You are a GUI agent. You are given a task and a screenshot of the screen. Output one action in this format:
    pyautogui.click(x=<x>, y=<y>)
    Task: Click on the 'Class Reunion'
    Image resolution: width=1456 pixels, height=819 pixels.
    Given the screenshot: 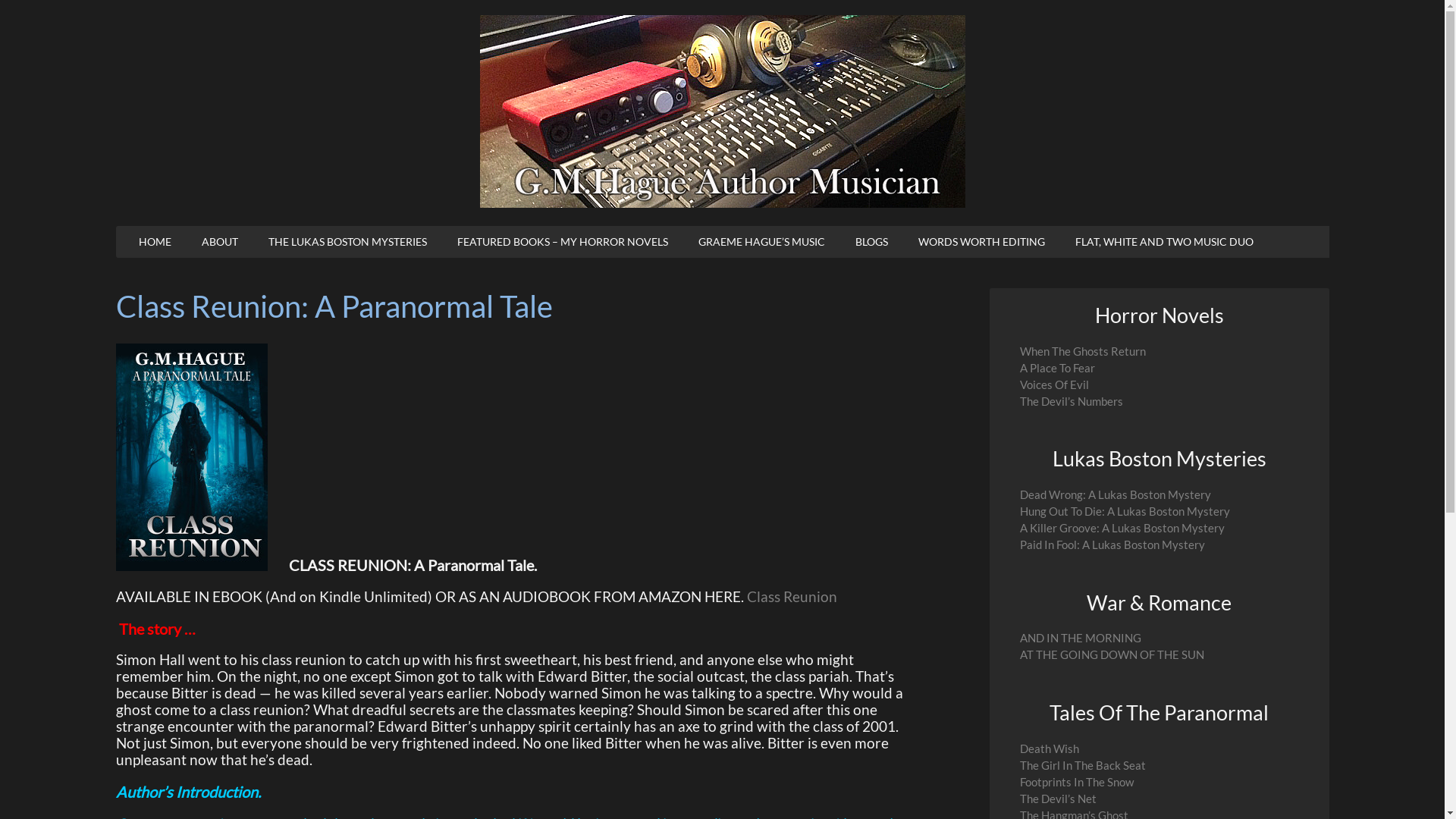 What is the action you would take?
    pyautogui.click(x=790, y=595)
    